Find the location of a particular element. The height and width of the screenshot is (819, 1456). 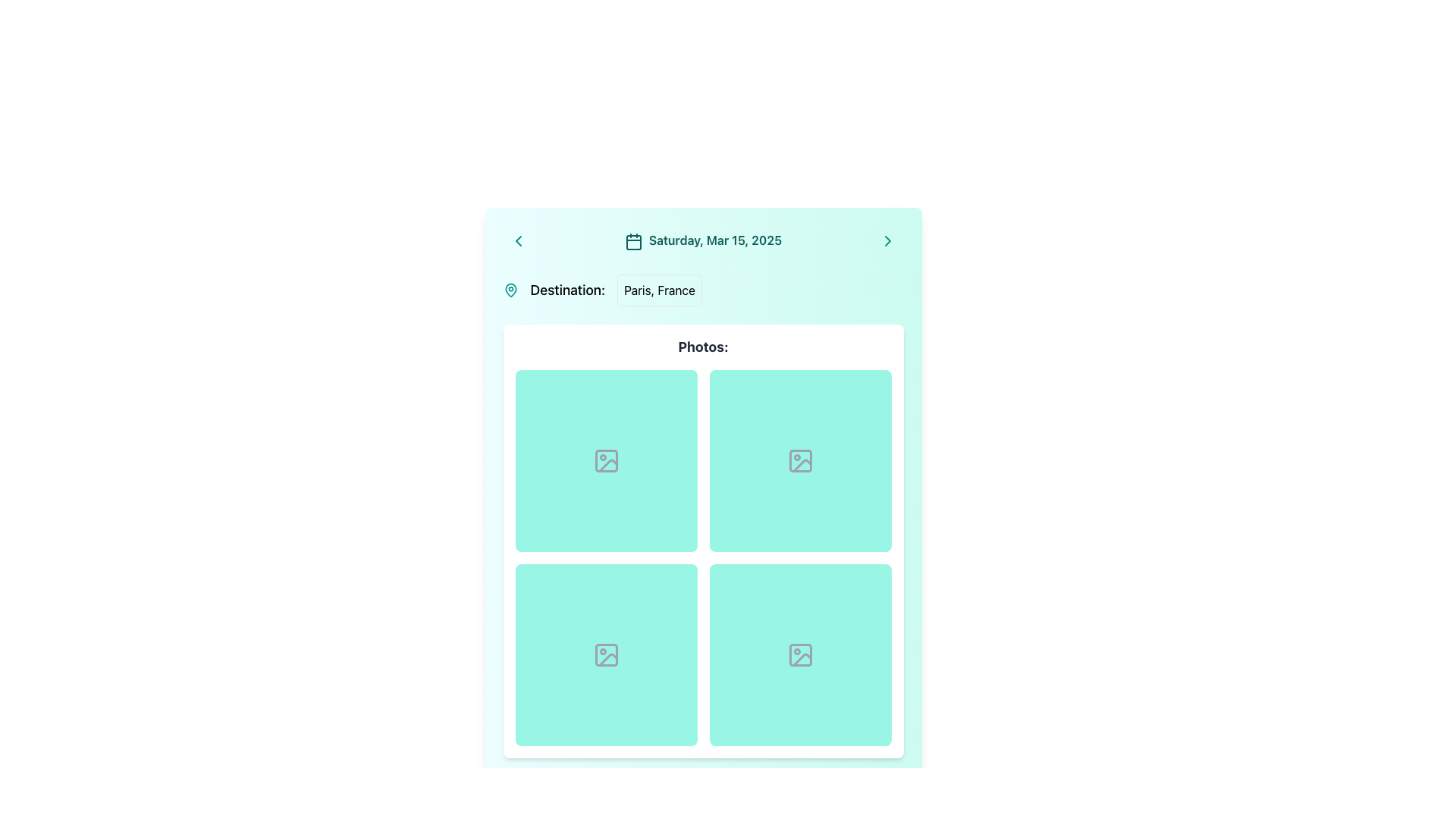

the teal rightward pointing chevron button located in the top-right corner of the header section is located at coordinates (888, 240).